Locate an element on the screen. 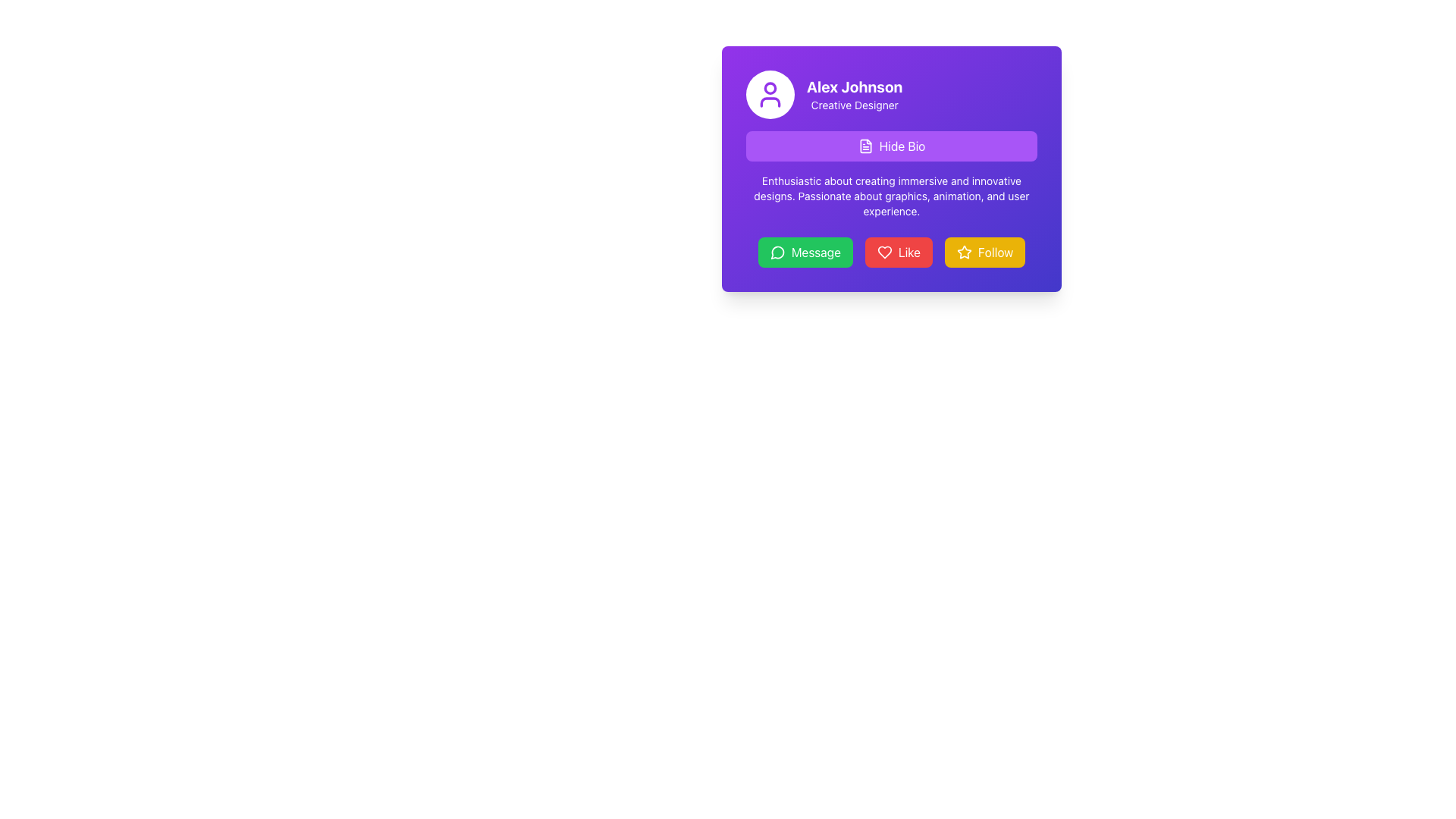 Image resolution: width=1456 pixels, height=819 pixels. the star icon SVG graphic located in the bottom-right quadrant of the user profile card, which serves as a visual indicator for ratings or preferences is located at coordinates (963, 250).